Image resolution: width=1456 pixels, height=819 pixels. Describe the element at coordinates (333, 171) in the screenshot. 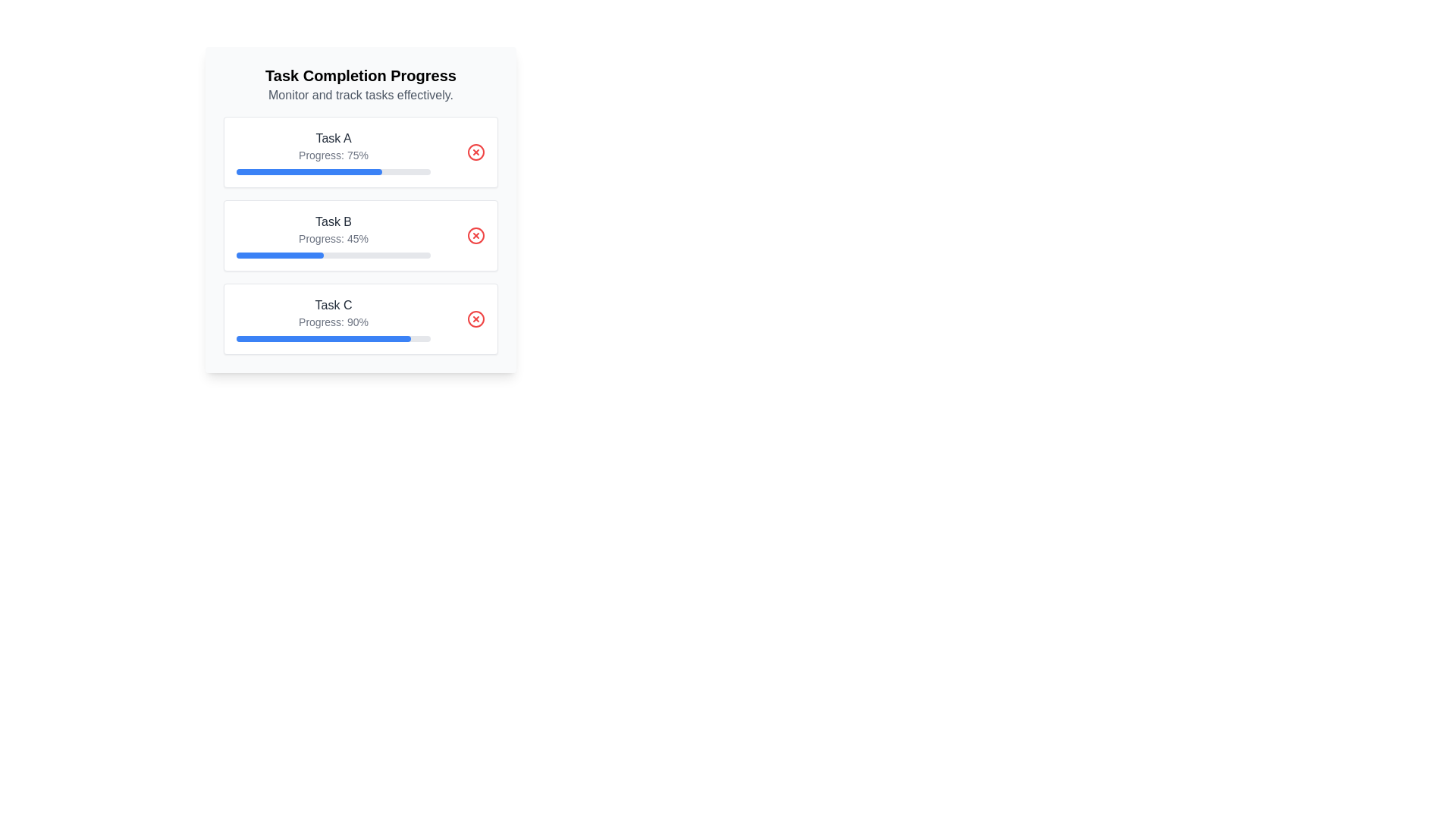

I see `the progress bar representing 'Task A', which shows a completion rate of 75% and is located below the text 'Progress: 75%' in the first card of the interface` at that location.